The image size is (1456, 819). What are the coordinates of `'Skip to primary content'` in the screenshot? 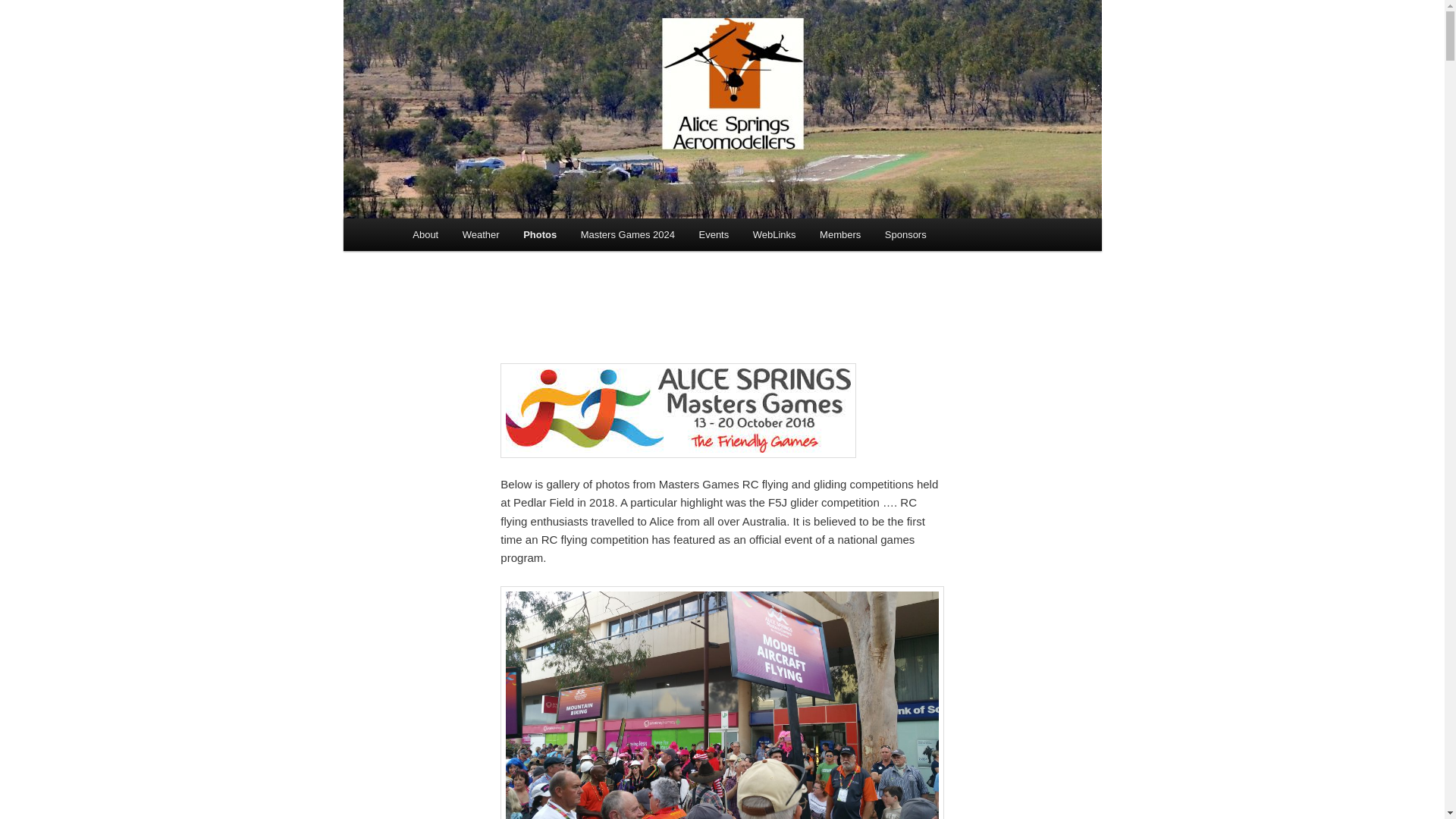 It's located at (0, 0).